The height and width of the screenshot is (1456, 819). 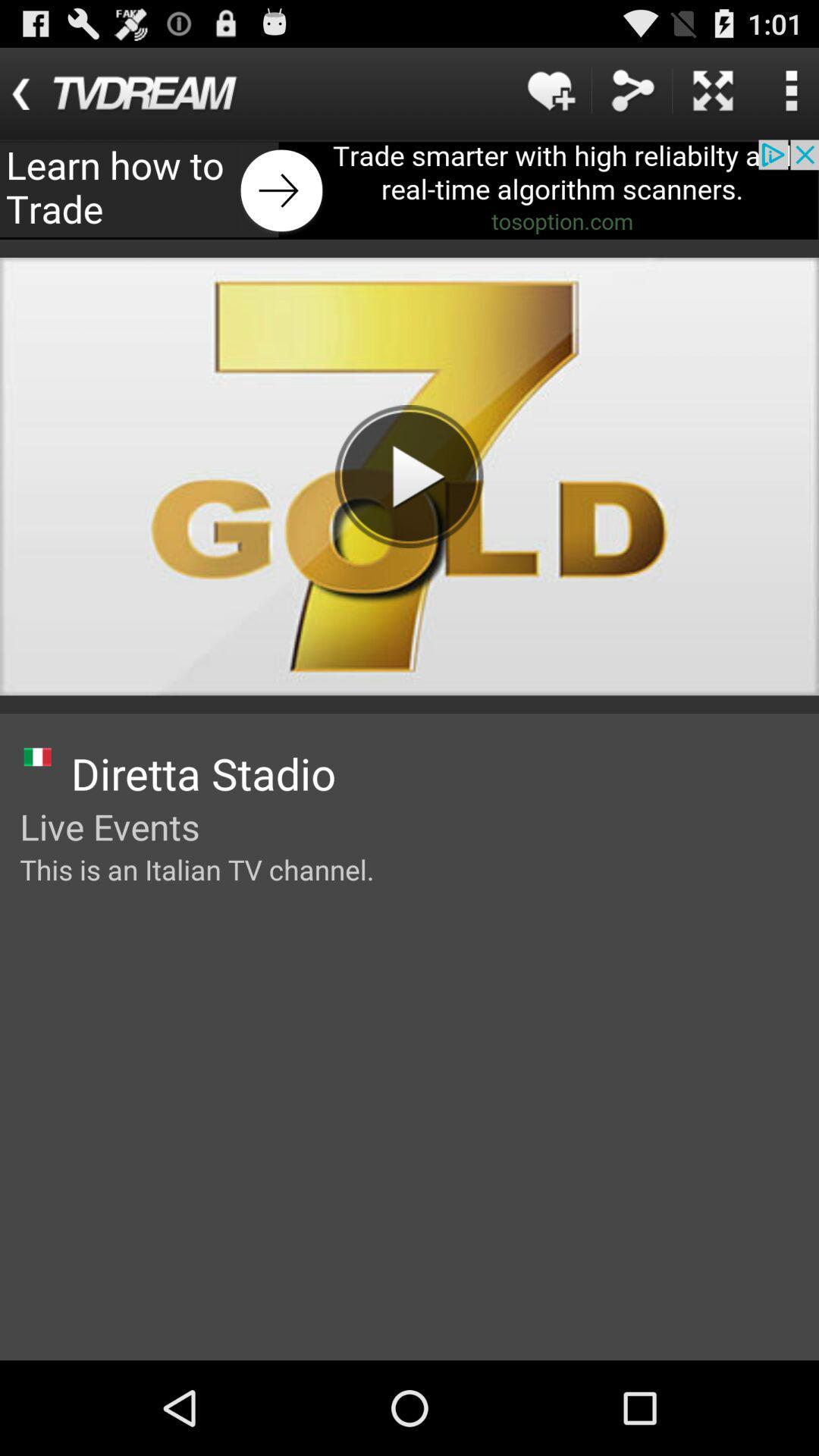 I want to click on button, so click(x=408, y=475).